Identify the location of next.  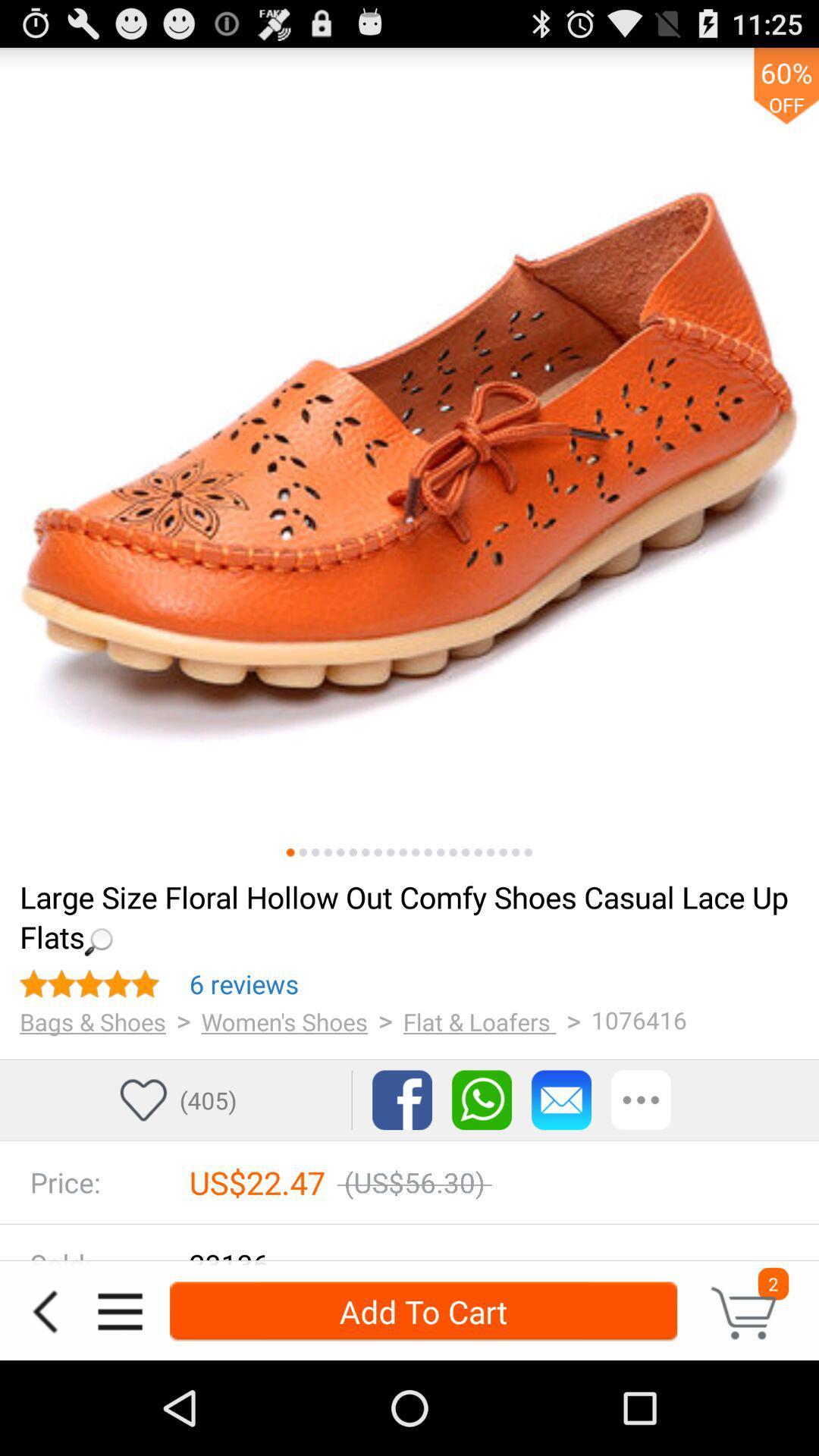
(416, 852).